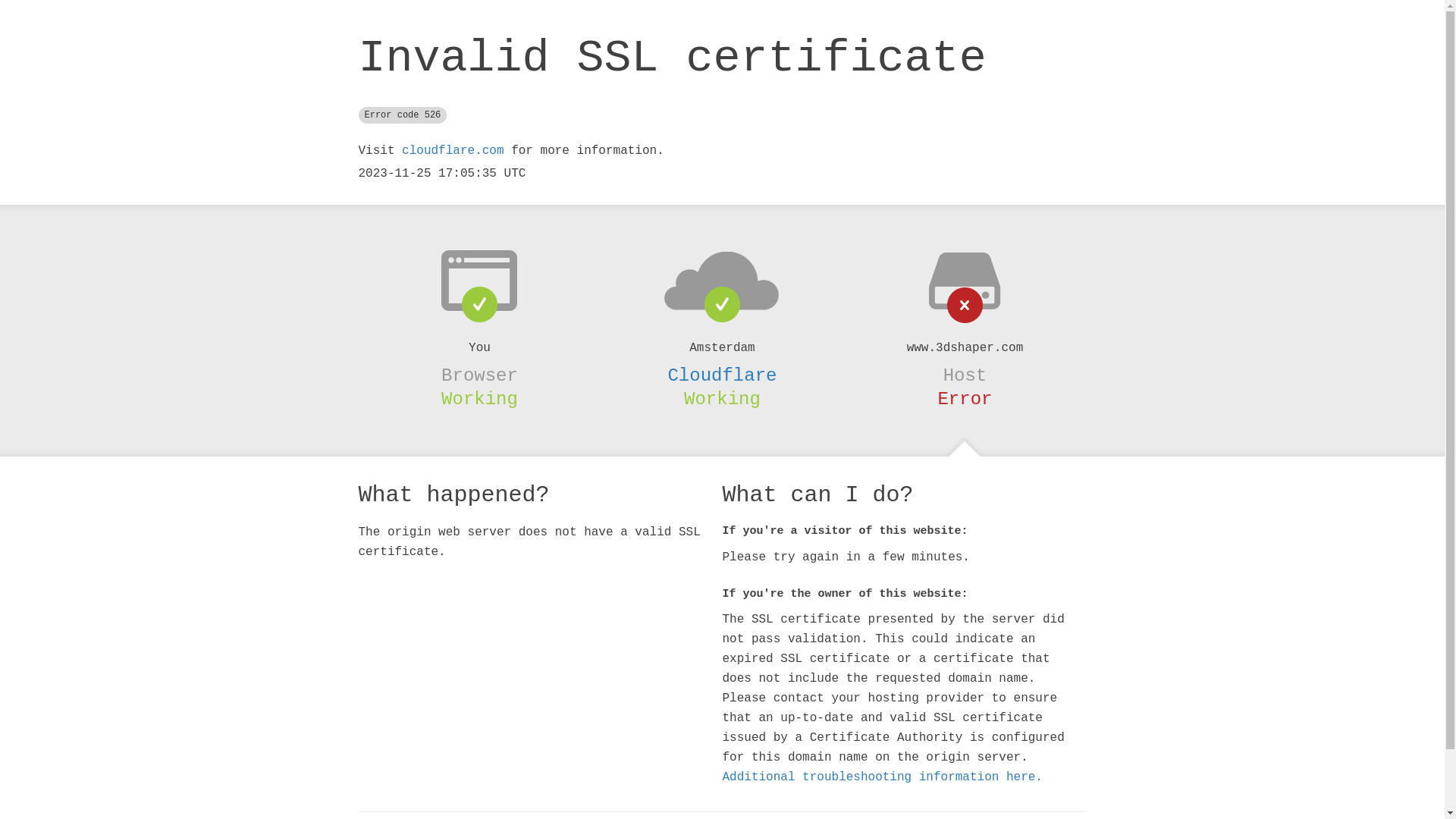 The image size is (1456, 819). I want to click on 'Cloudflare', so click(720, 375).